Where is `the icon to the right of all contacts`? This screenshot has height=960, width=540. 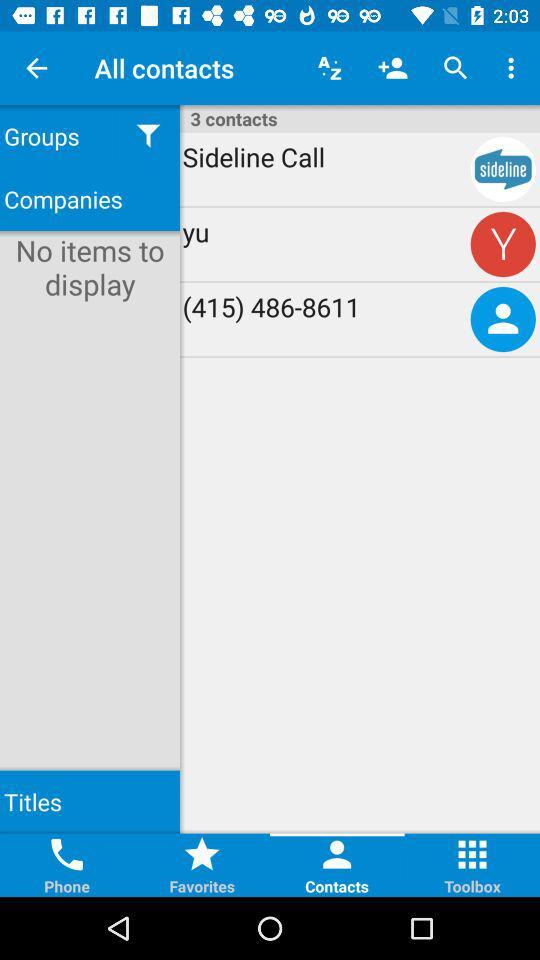 the icon to the right of all contacts is located at coordinates (329, 68).